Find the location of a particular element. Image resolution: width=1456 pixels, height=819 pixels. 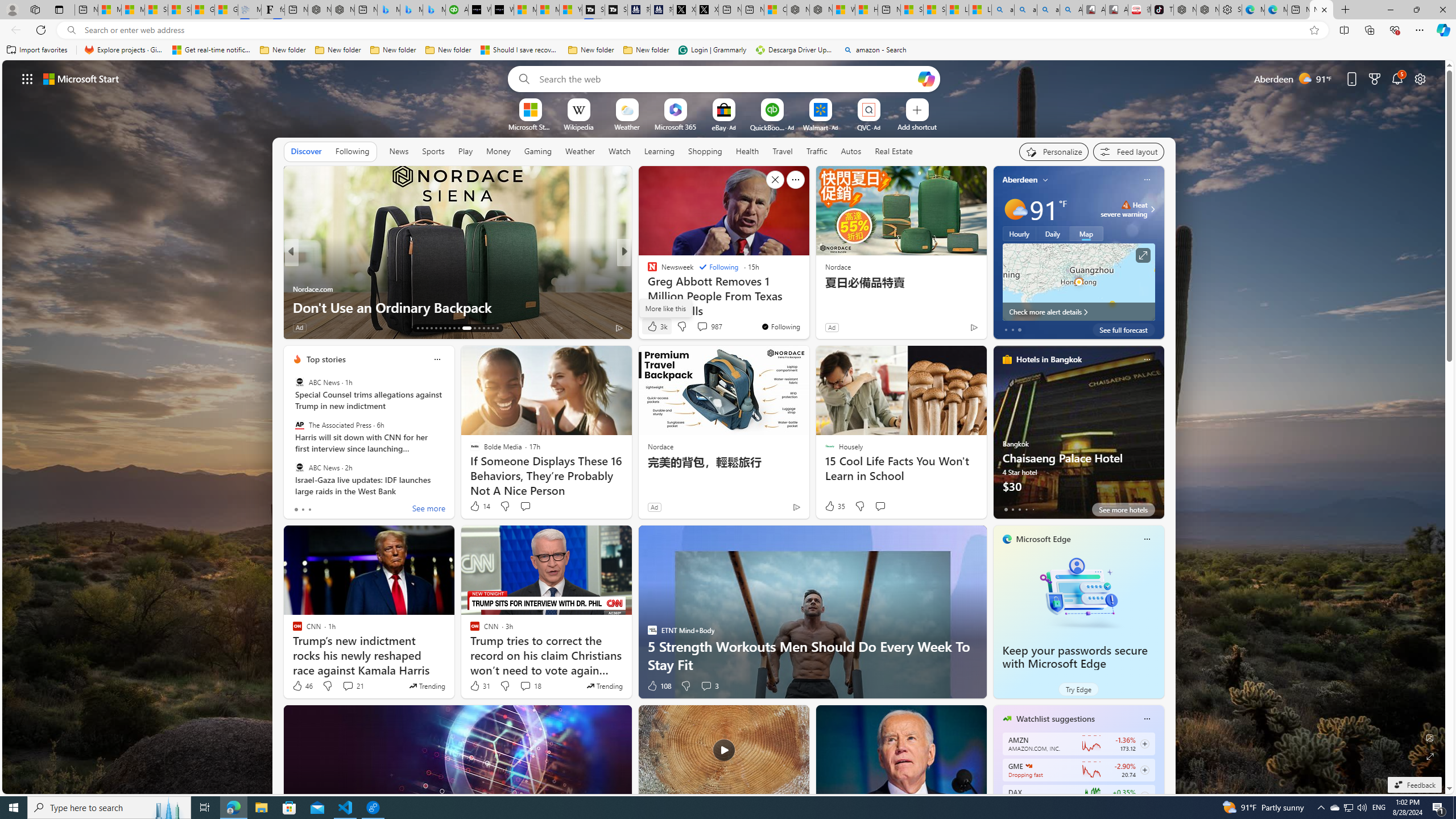

'My location' is located at coordinates (1045, 179).